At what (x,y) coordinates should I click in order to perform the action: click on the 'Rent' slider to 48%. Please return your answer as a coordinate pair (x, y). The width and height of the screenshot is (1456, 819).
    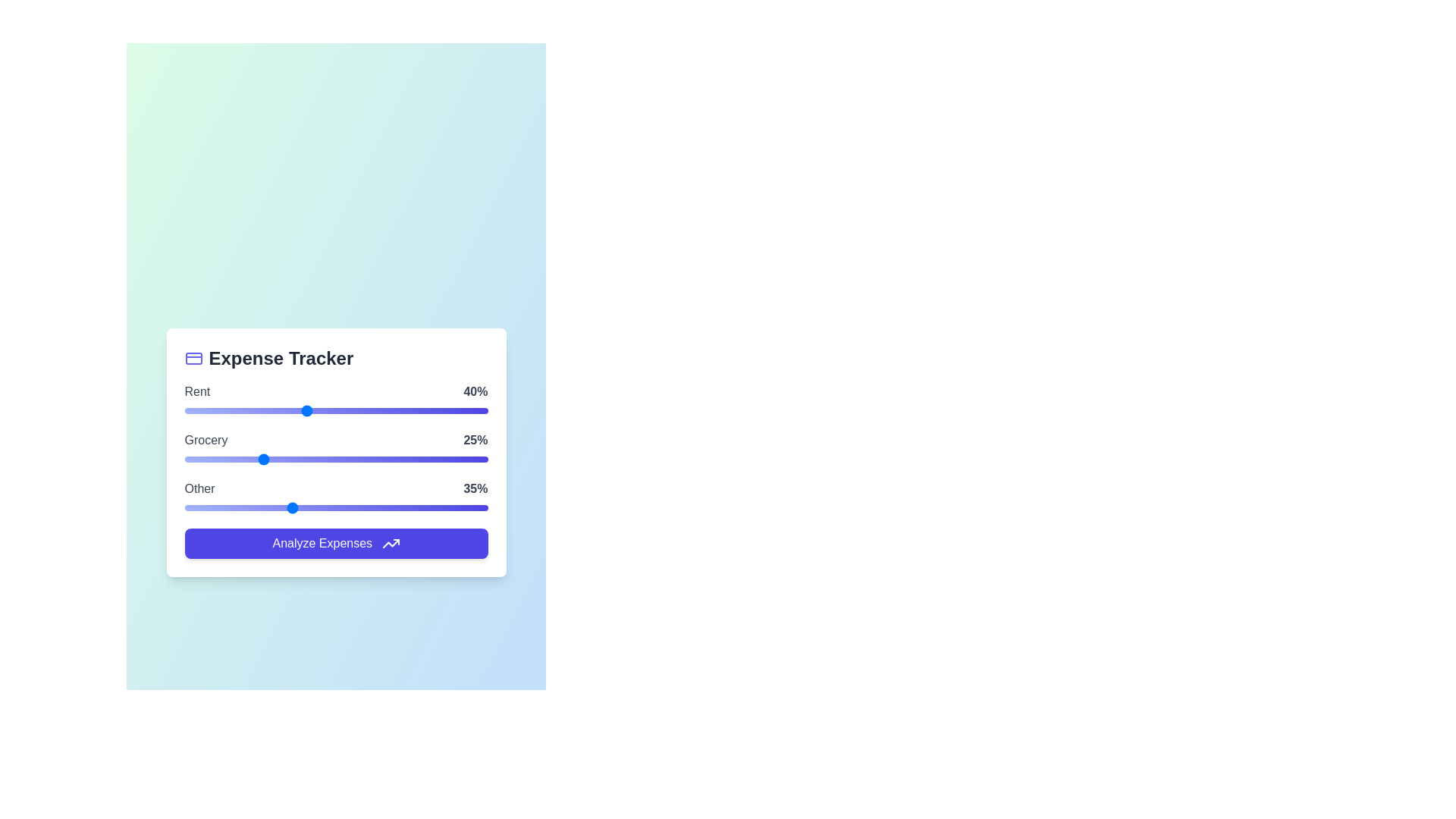
    Looking at the image, I should click on (329, 410).